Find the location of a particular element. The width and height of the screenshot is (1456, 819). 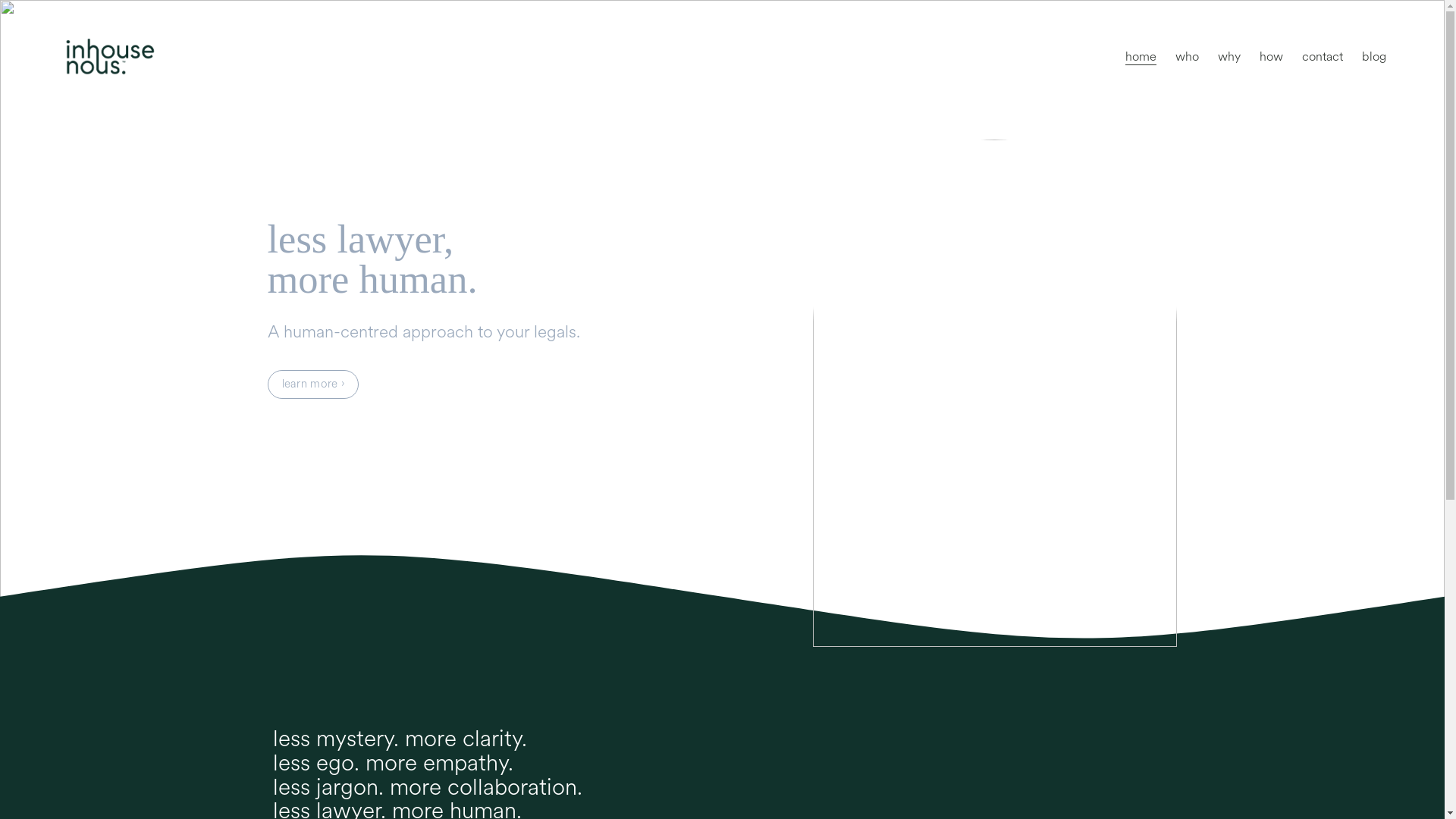

'blog' is located at coordinates (1373, 55).